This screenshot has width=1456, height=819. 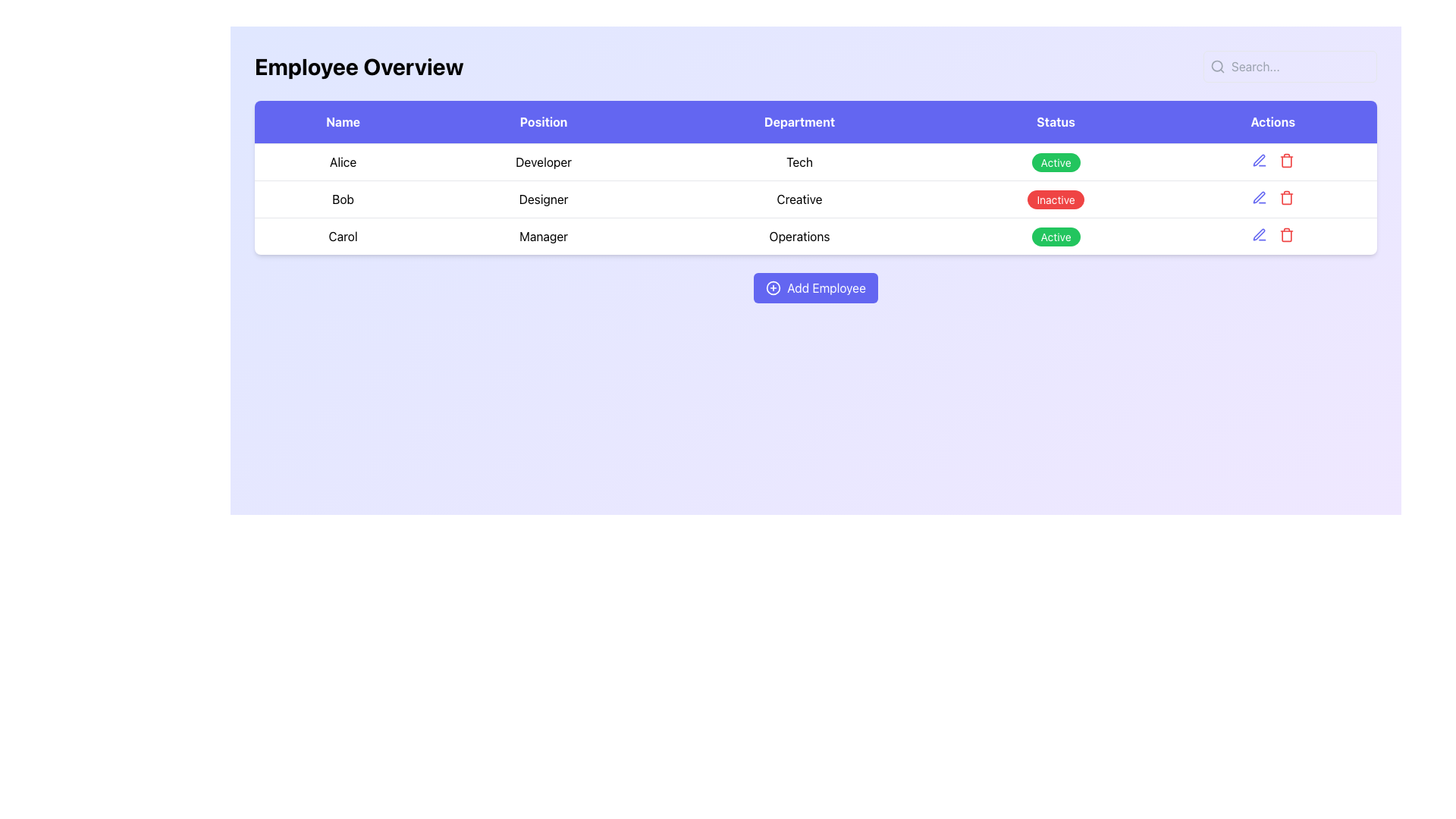 I want to click on the static list row displaying information about the employee 'Carol', which is the third row in the employee overview table, so click(x=814, y=236).